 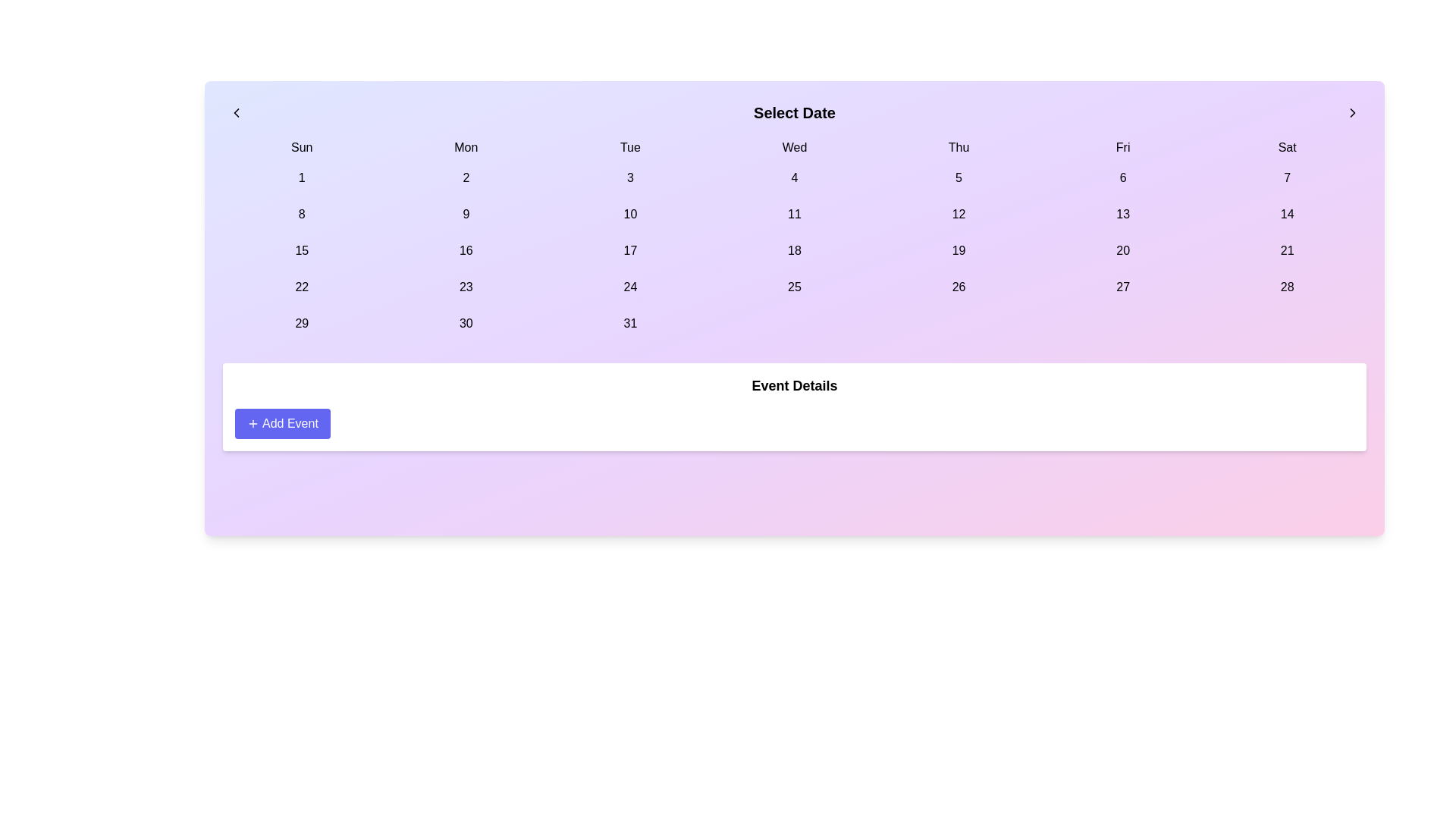 What do you see at coordinates (958, 214) in the screenshot?
I see `the clickable calendar day cell for the 12th day, located under the 'Thu' column in the third row of dates` at bounding box center [958, 214].